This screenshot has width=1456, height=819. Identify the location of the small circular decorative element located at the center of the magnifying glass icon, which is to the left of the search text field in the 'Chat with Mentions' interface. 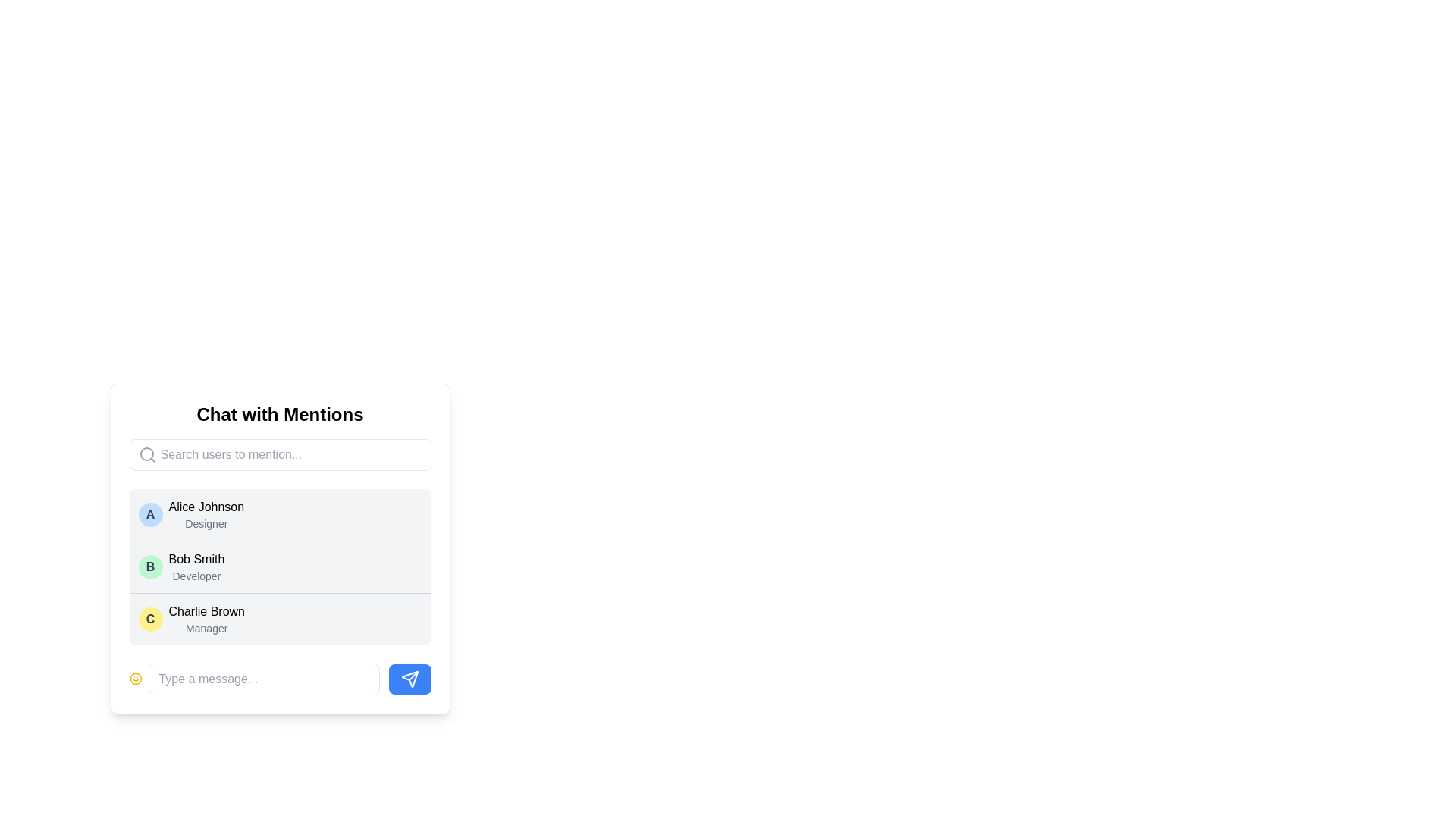
(146, 453).